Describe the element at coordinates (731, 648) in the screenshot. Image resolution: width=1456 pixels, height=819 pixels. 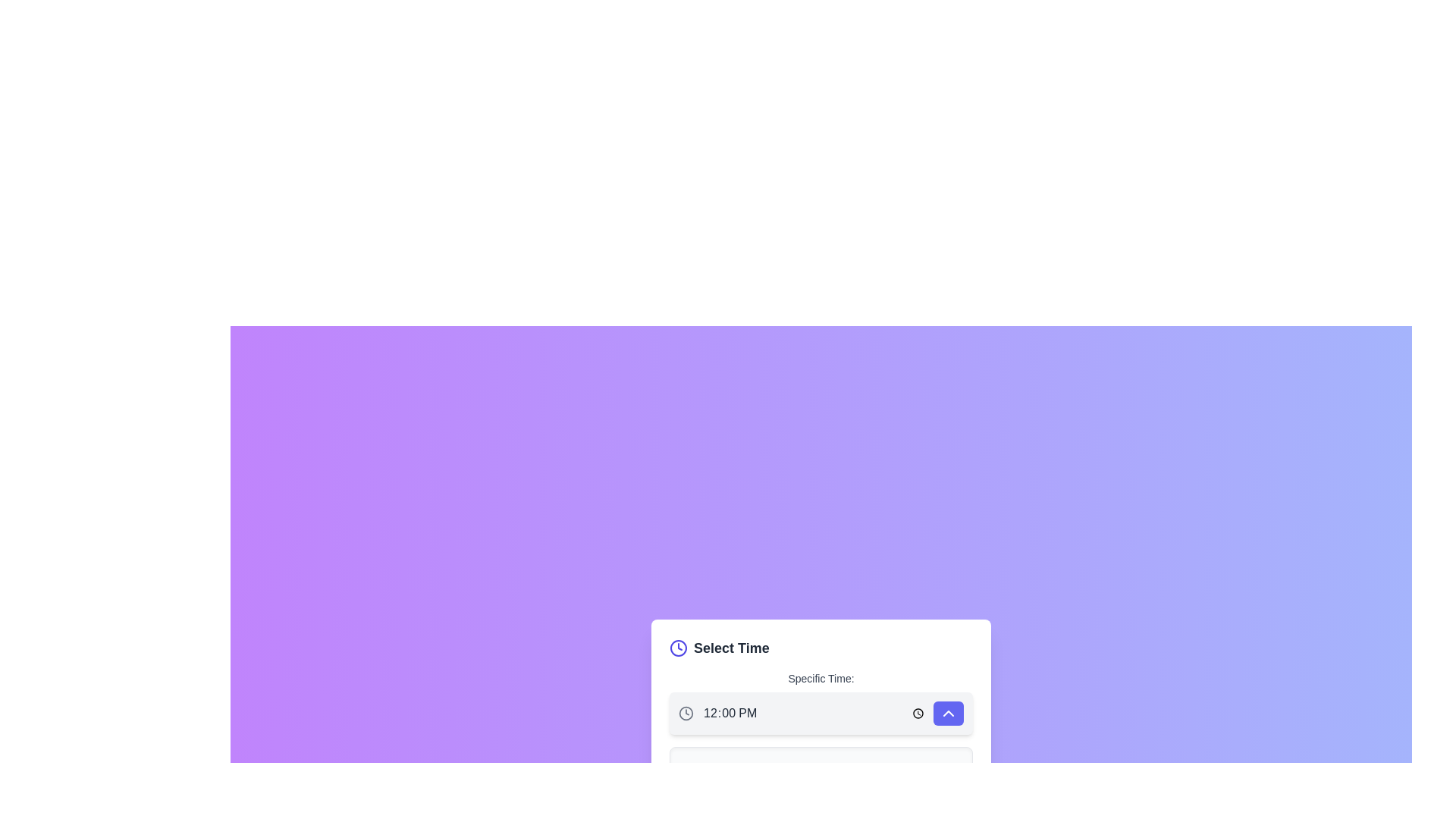
I see `the 'Select Time' label, which is a bold, medium-dark gray text positioned to the right of a clock icon, indicating time selection` at that location.